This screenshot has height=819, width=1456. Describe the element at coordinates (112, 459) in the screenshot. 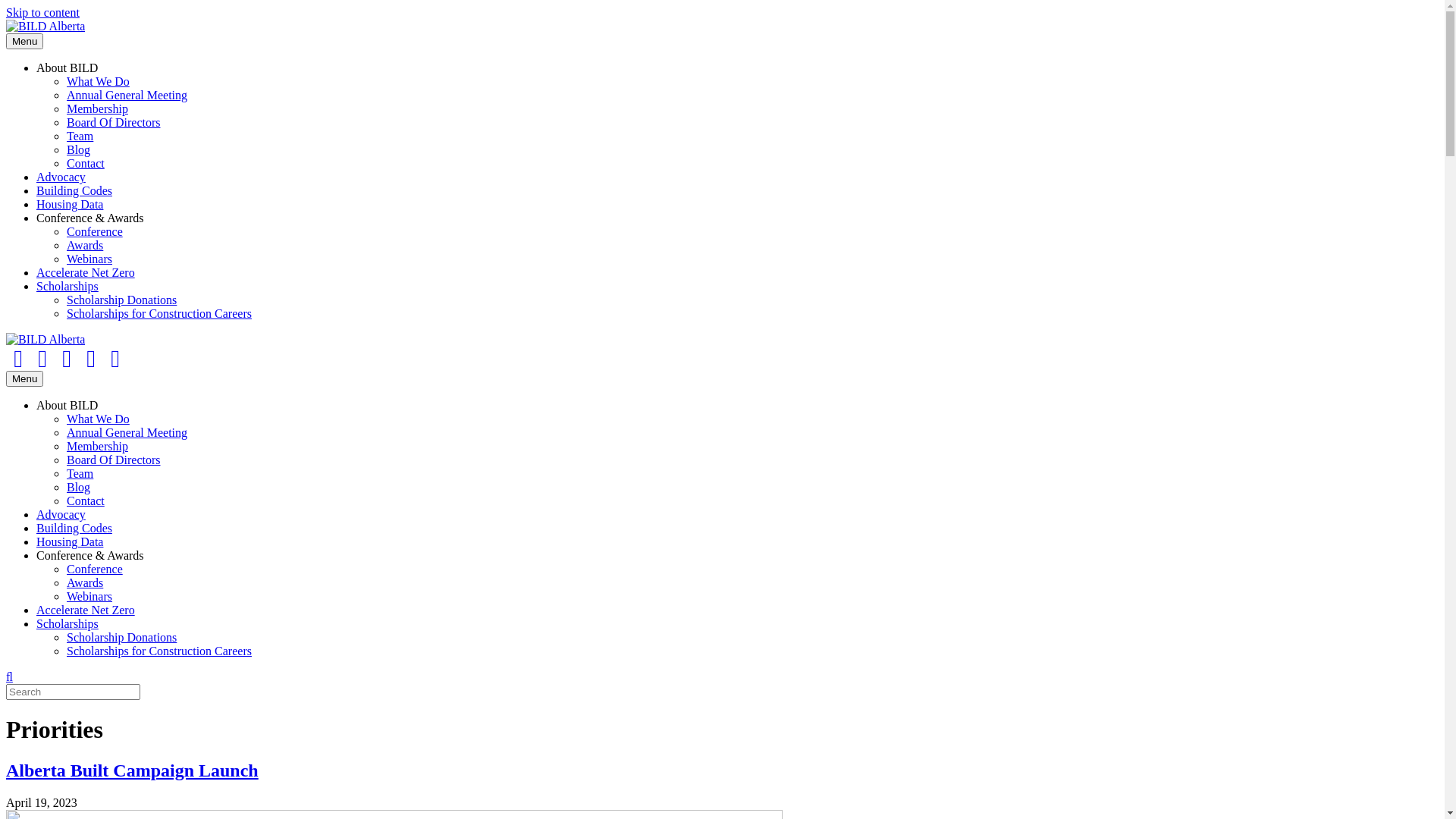

I see `'Board Of Directors'` at that location.